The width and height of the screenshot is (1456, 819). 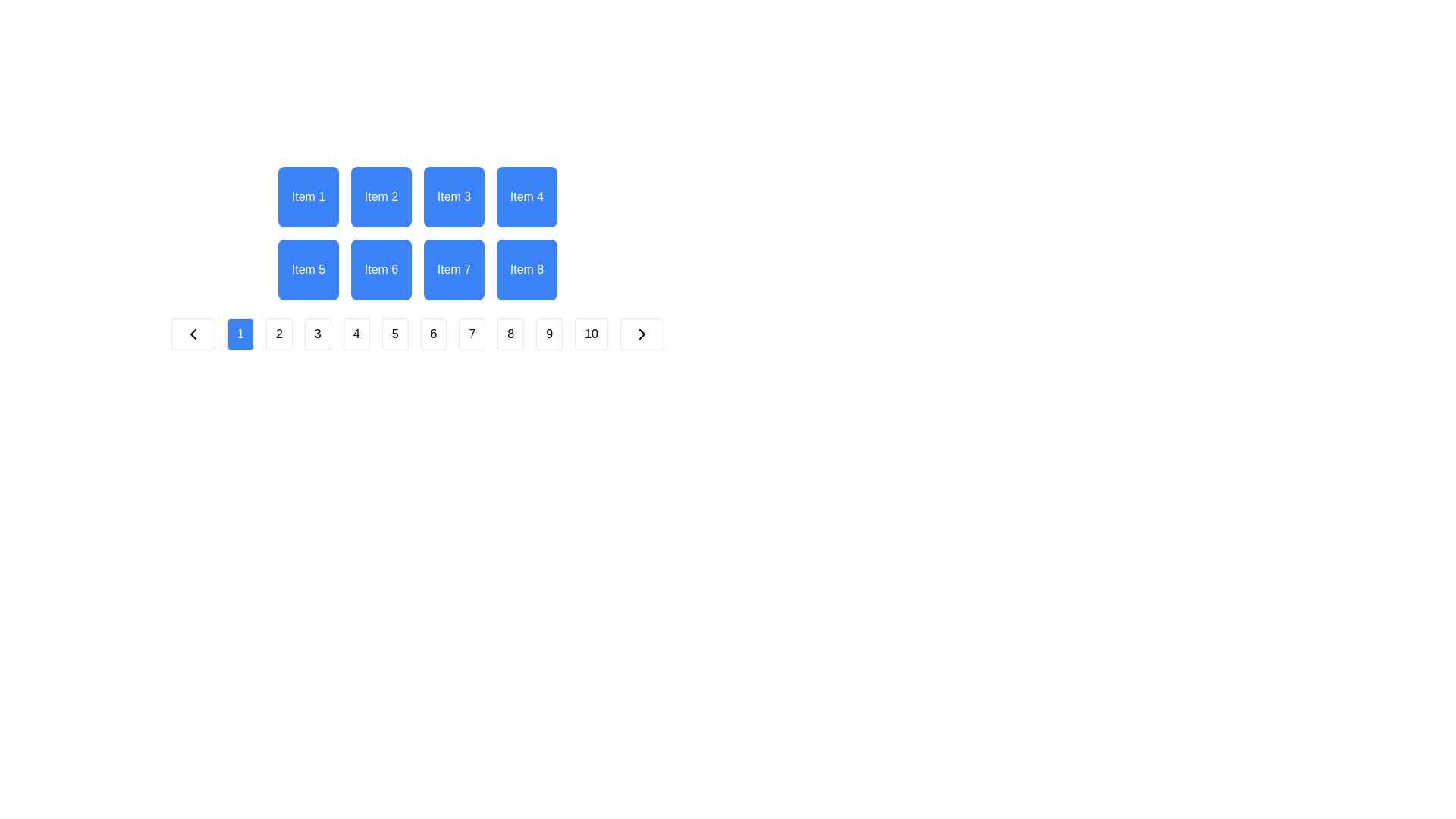 What do you see at coordinates (527, 268) in the screenshot?
I see `the button labeled 'Item 8' located at the bottom-right corner of the 4x2 grid layout` at bounding box center [527, 268].